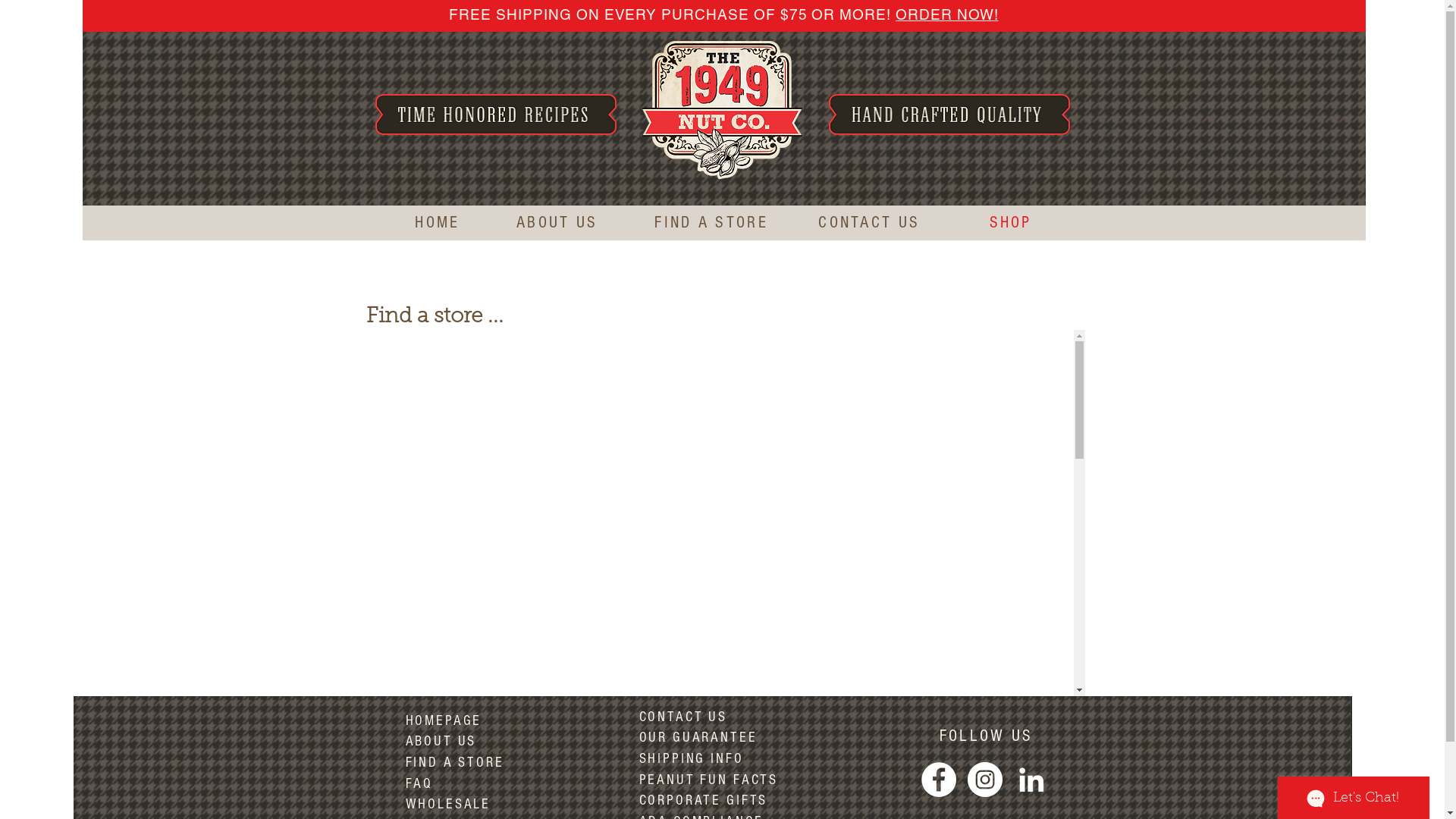 This screenshot has width=1456, height=819. Describe the element at coordinates (710, 222) in the screenshot. I see `'FIND A STORE'` at that location.